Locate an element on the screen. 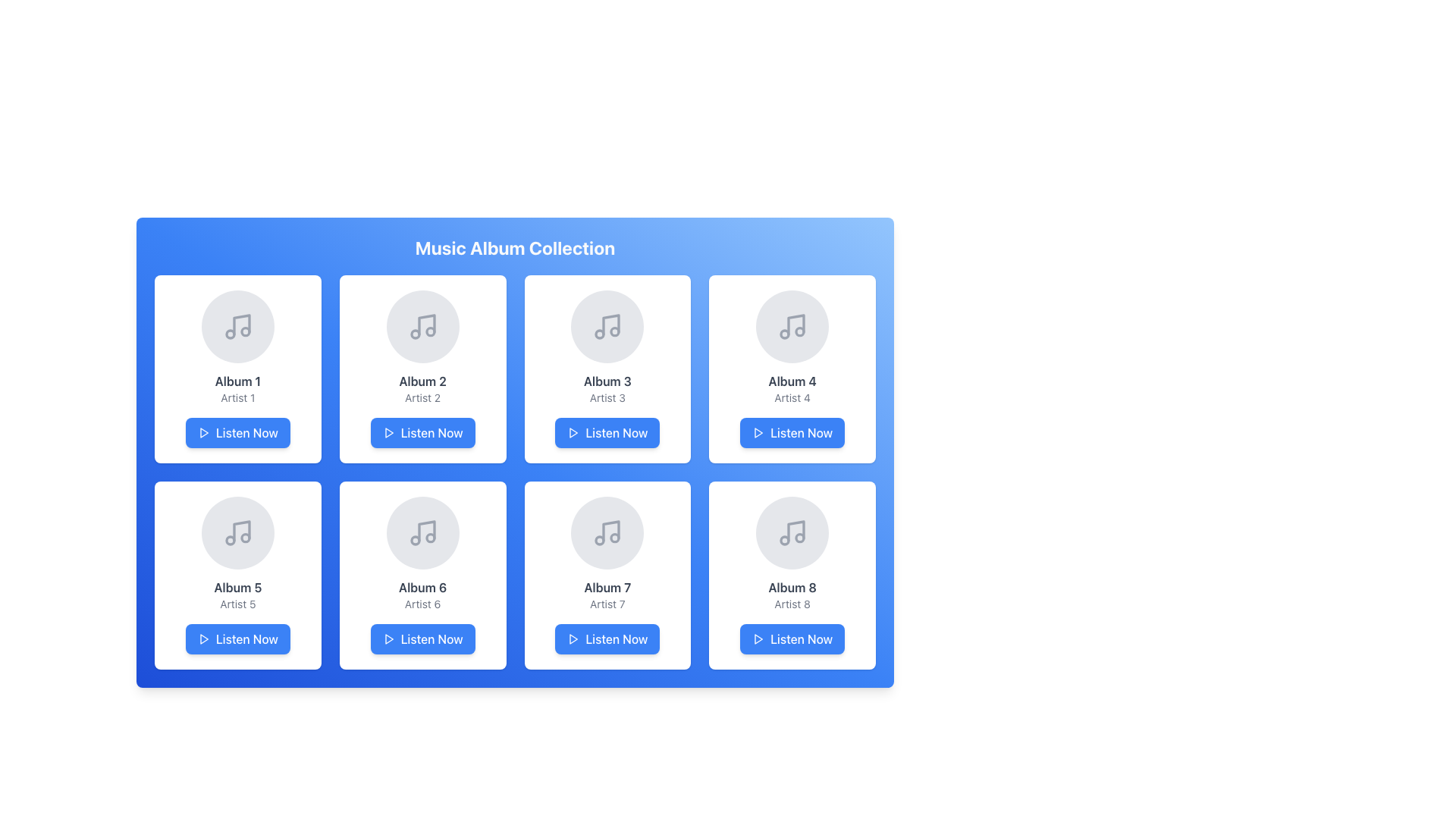 This screenshot has height=819, width=1456. the text label displaying the album title in the fourth album card of the music album collection grid, which is located below the thumbnail image and above 'Artist 4' is located at coordinates (792, 380).